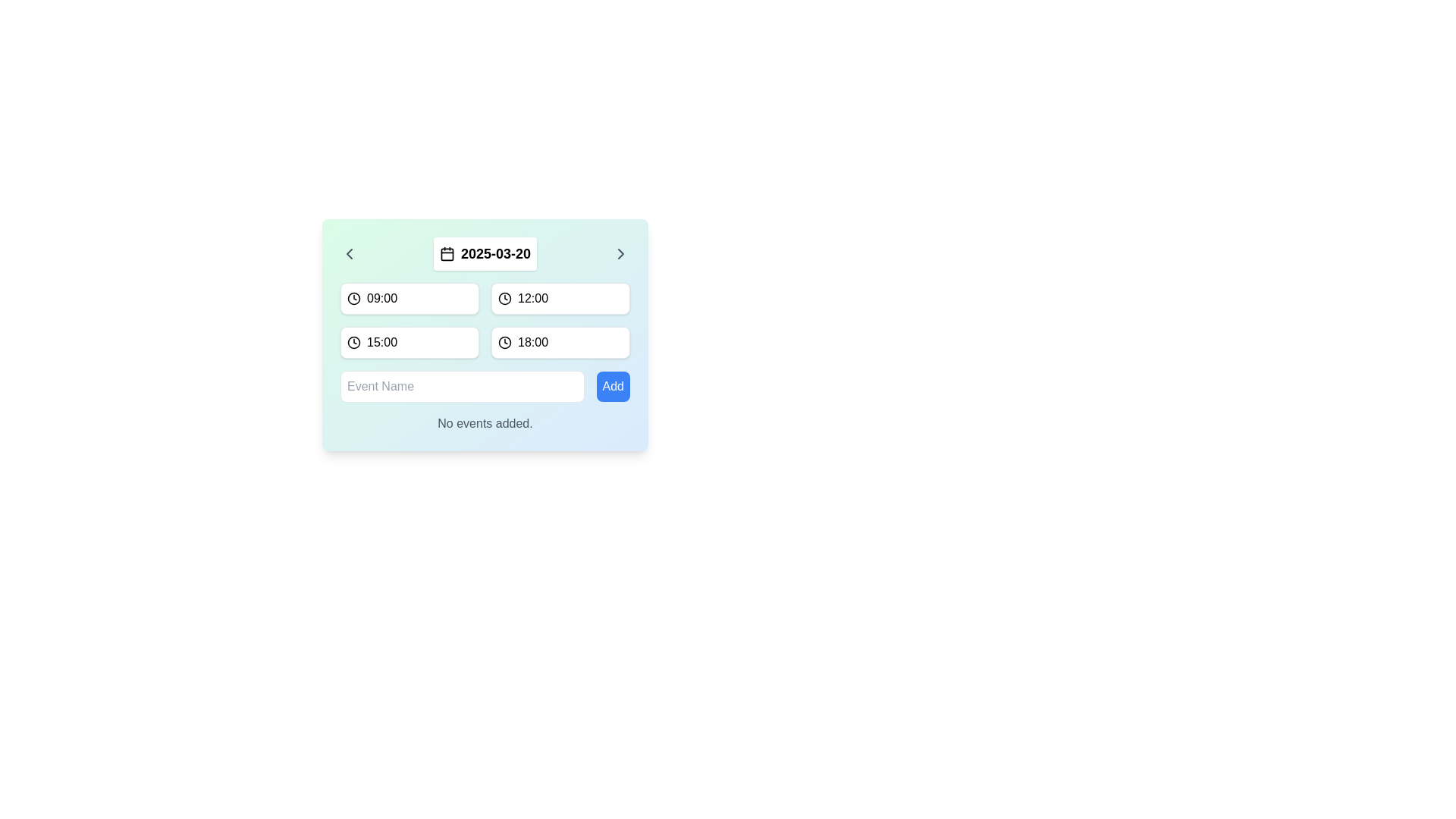 The width and height of the screenshot is (1456, 819). Describe the element at coordinates (505, 342) in the screenshot. I see `the clock icon located to the left of the time display '18:00'` at that location.